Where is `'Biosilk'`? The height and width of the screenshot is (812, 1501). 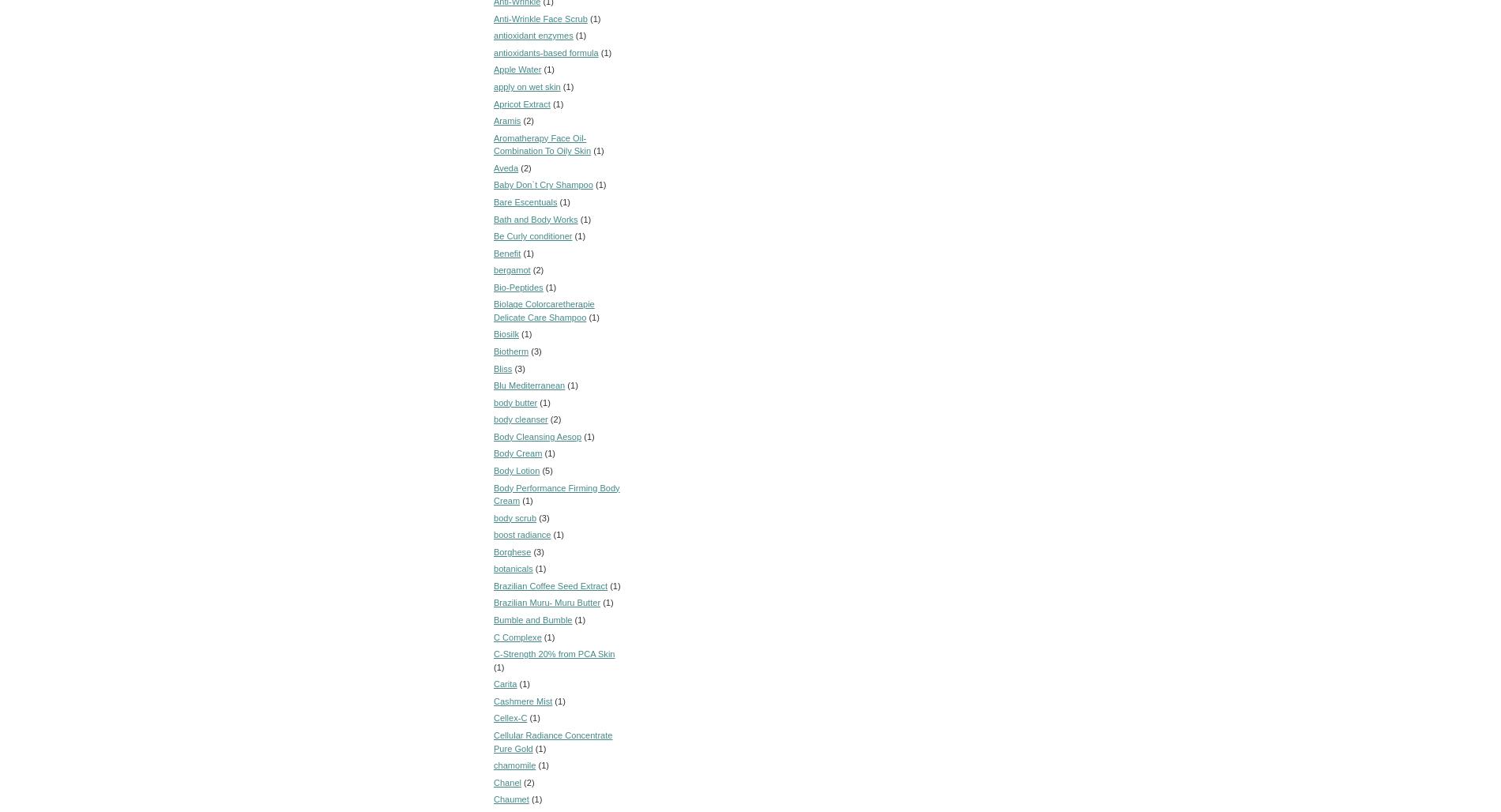
'Biosilk' is located at coordinates (493, 334).